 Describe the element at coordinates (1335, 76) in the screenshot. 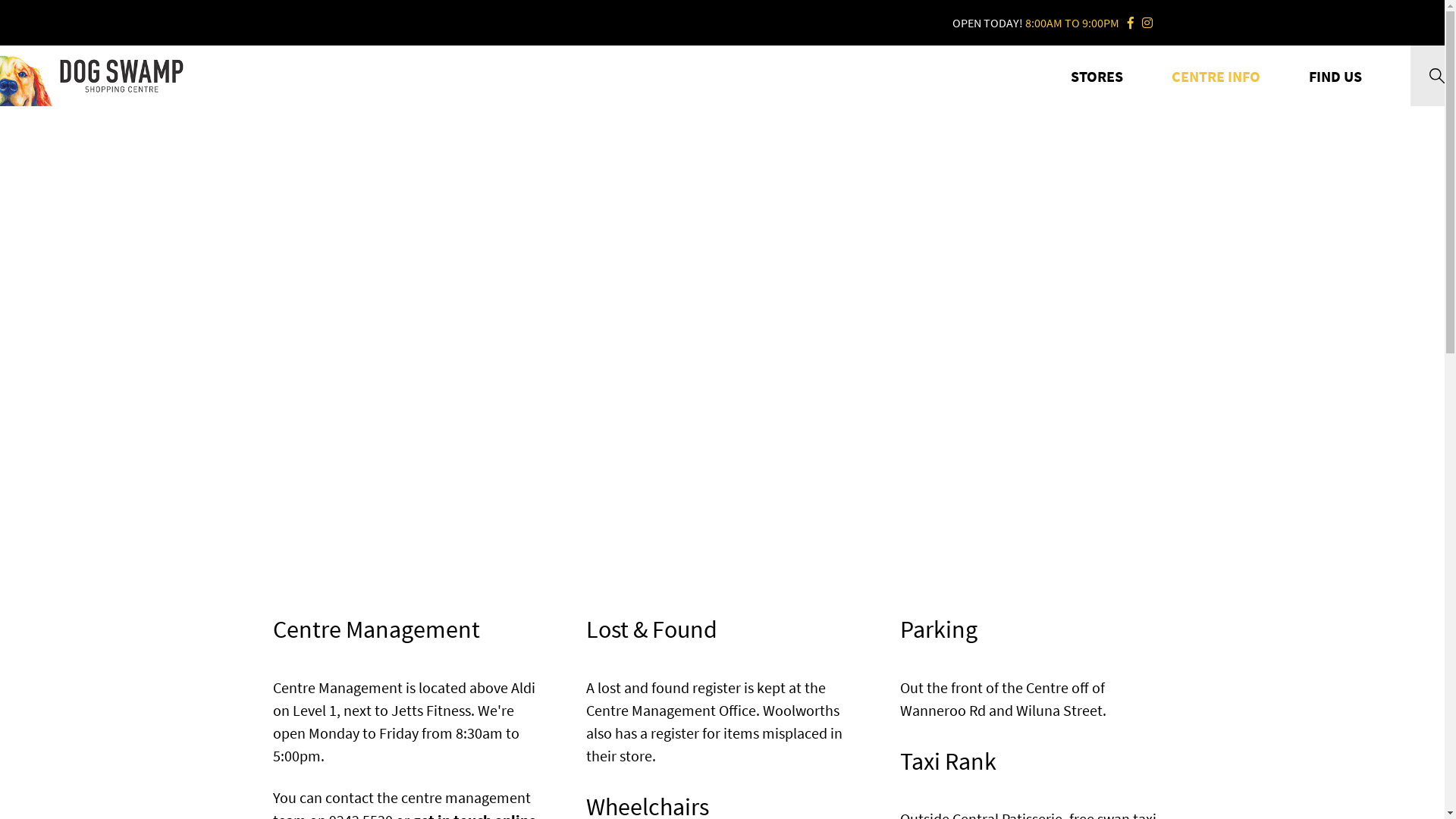

I see `'FIND US'` at that location.